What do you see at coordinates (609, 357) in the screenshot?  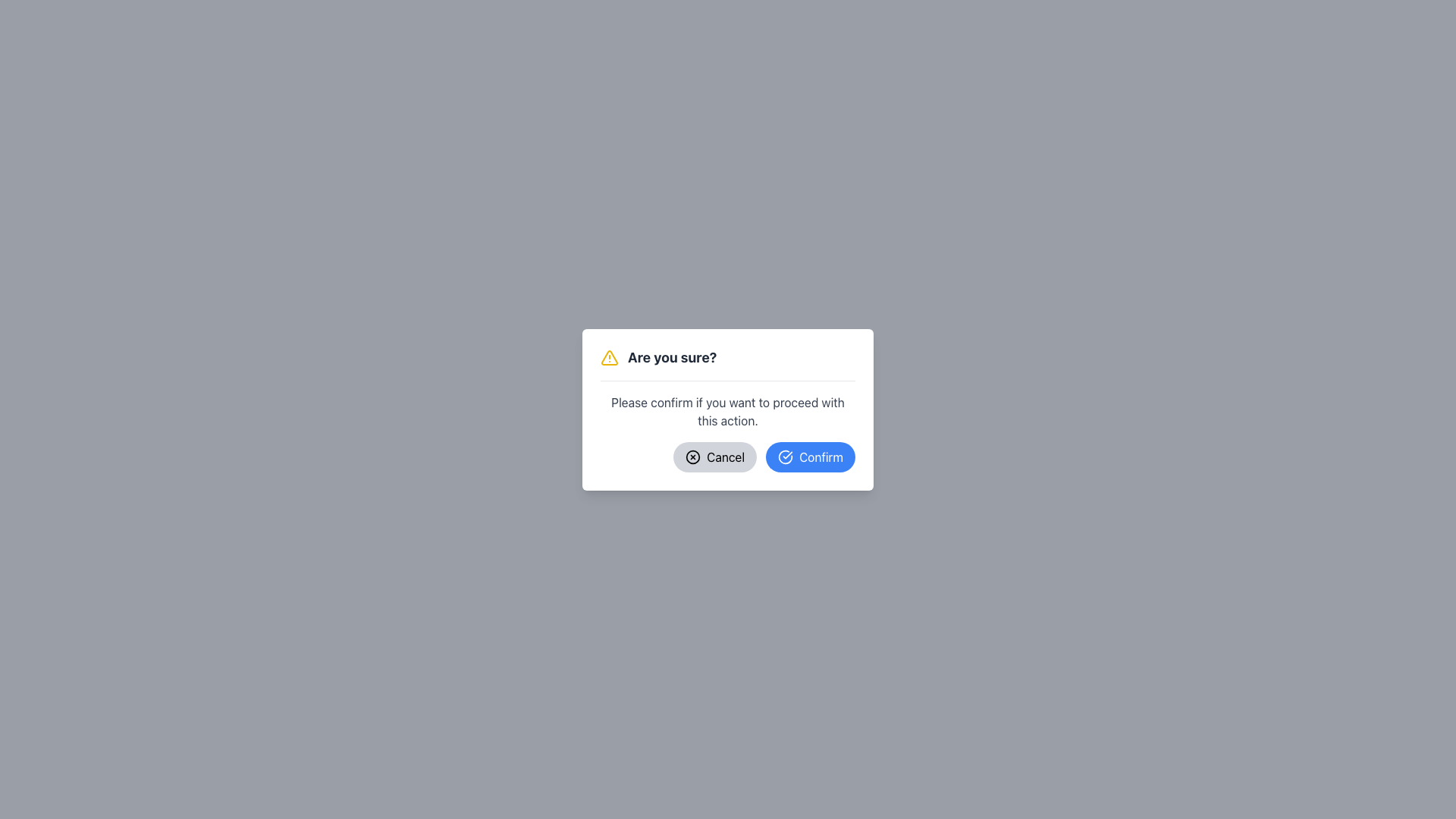 I see `the caution icon located in the top left corner of the dialog box, just above the title 'Are you sure?'` at bounding box center [609, 357].